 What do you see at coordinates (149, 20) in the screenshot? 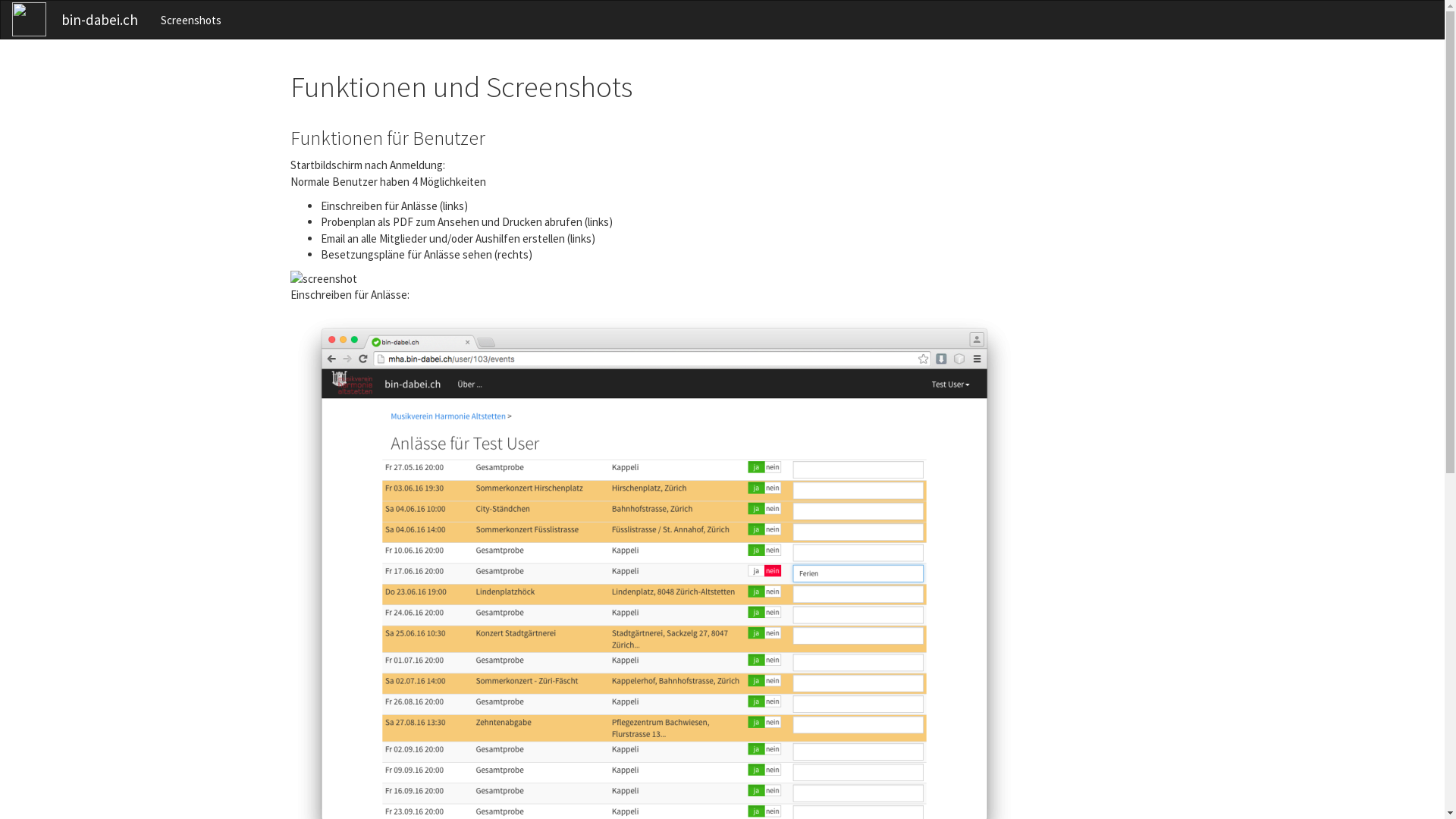
I see `'Screenshots'` at bounding box center [149, 20].